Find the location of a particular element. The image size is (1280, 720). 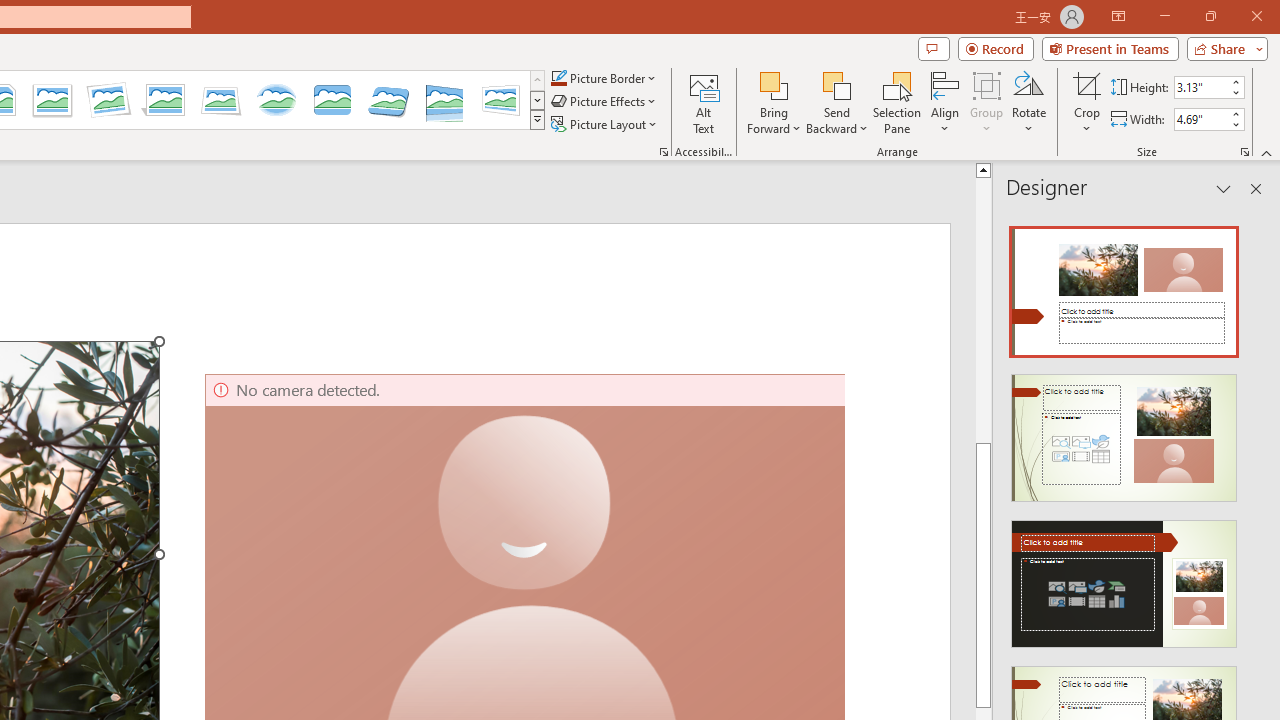

'Shape Width' is located at coordinates (1200, 119).